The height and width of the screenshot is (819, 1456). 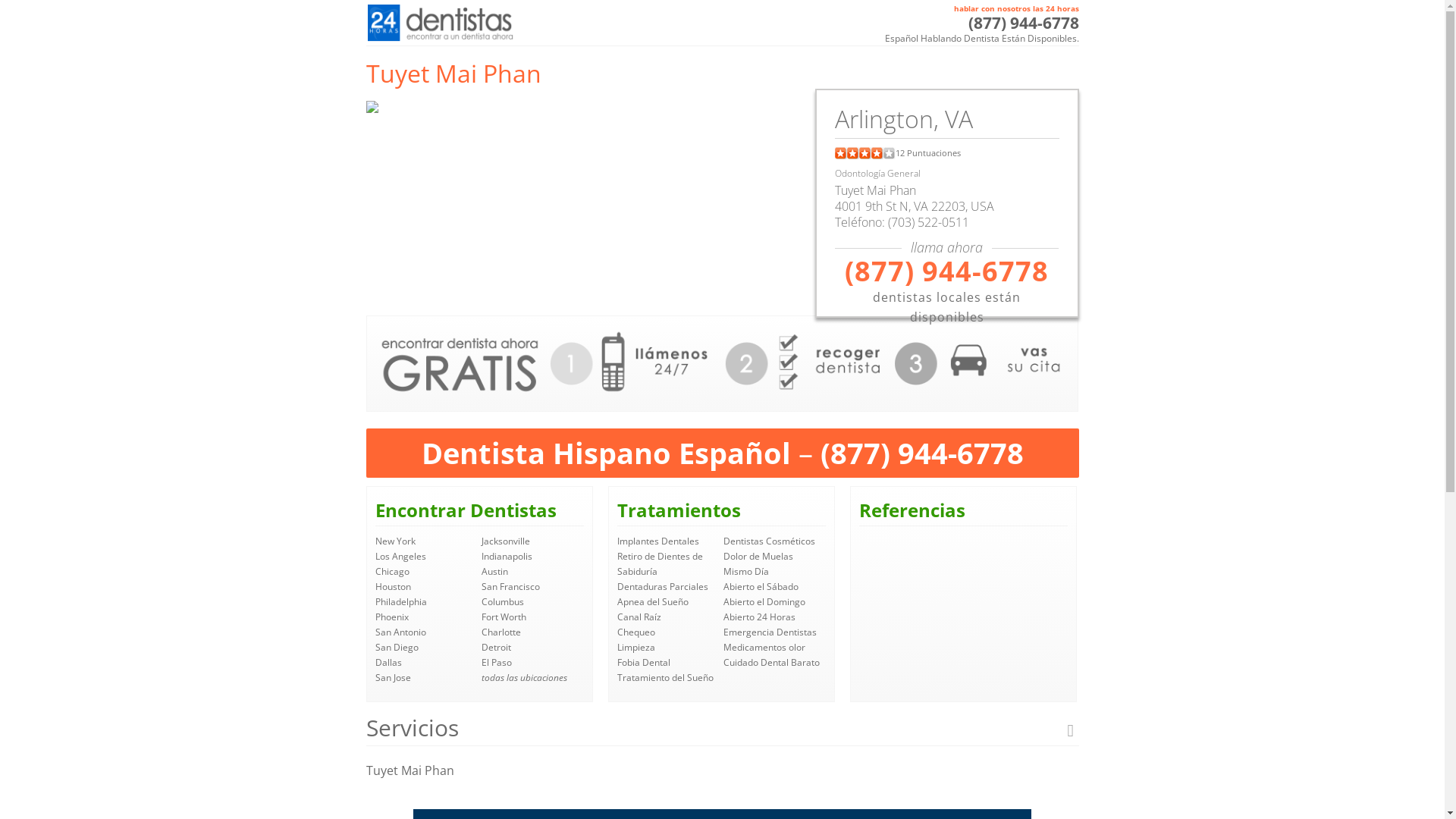 What do you see at coordinates (480, 617) in the screenshot?
I see `'Fort Worth'` at bounding box center [480, 617].